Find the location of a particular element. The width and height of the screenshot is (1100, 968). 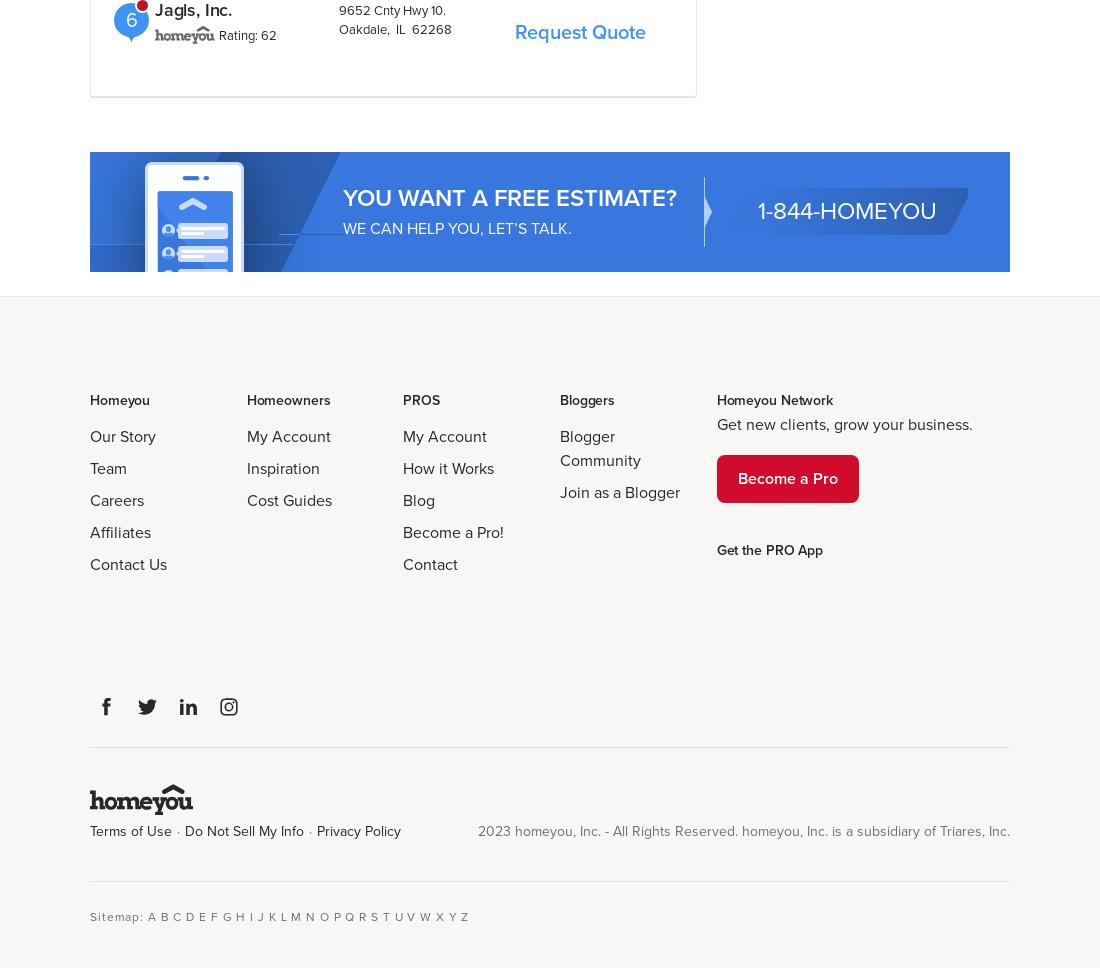

'I' is located at coordinates (252, 916).